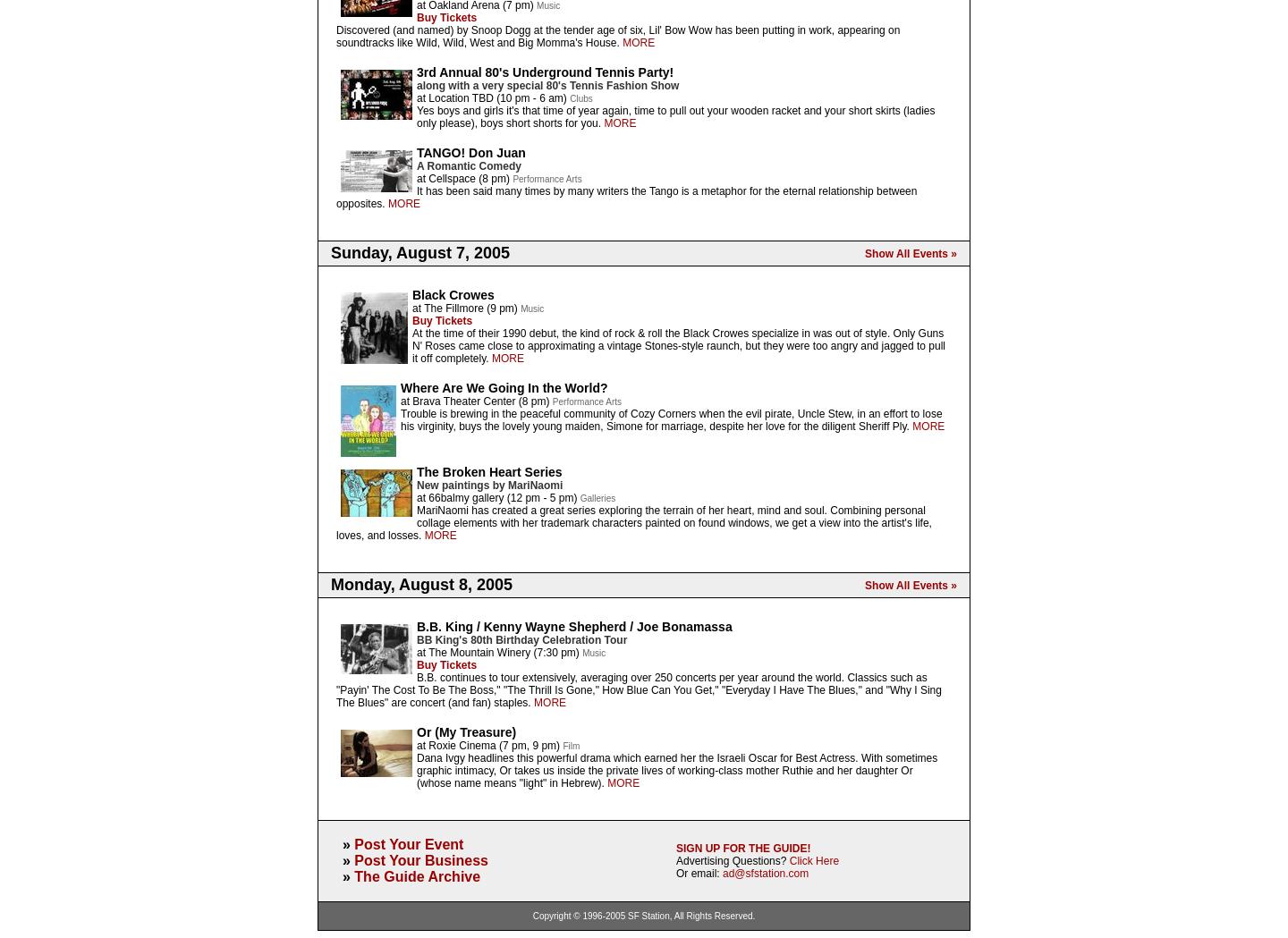 Image resolution: width=1288 pixels, height=938 pixels. Describe the element at coordinates (580, 97) in the screenshot. I see `'Clubs'` at that location.